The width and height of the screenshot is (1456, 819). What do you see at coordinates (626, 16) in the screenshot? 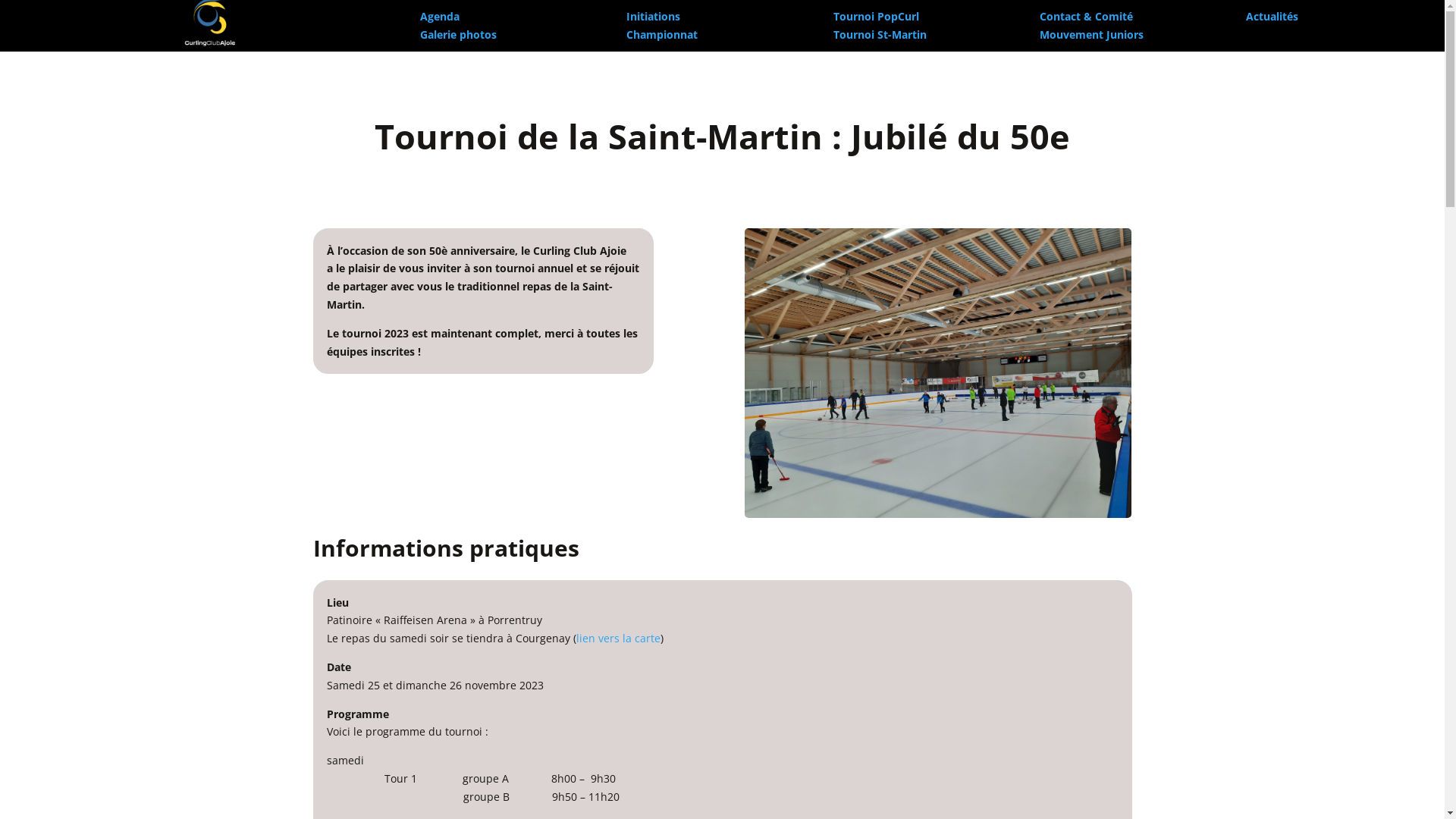
I see `'Initiations'` at bounding box center [626, 16].